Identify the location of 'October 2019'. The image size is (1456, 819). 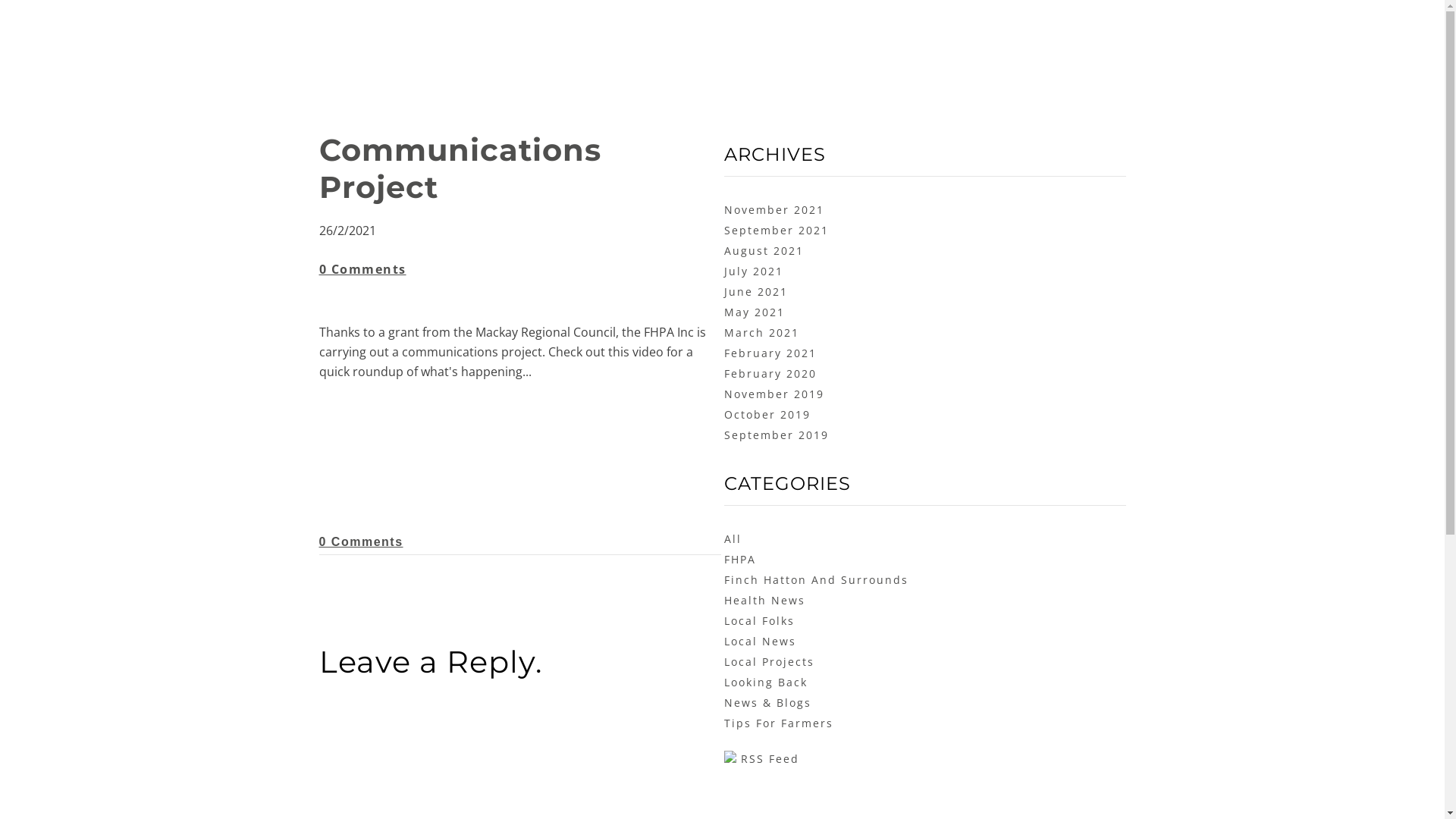
(767, 414).